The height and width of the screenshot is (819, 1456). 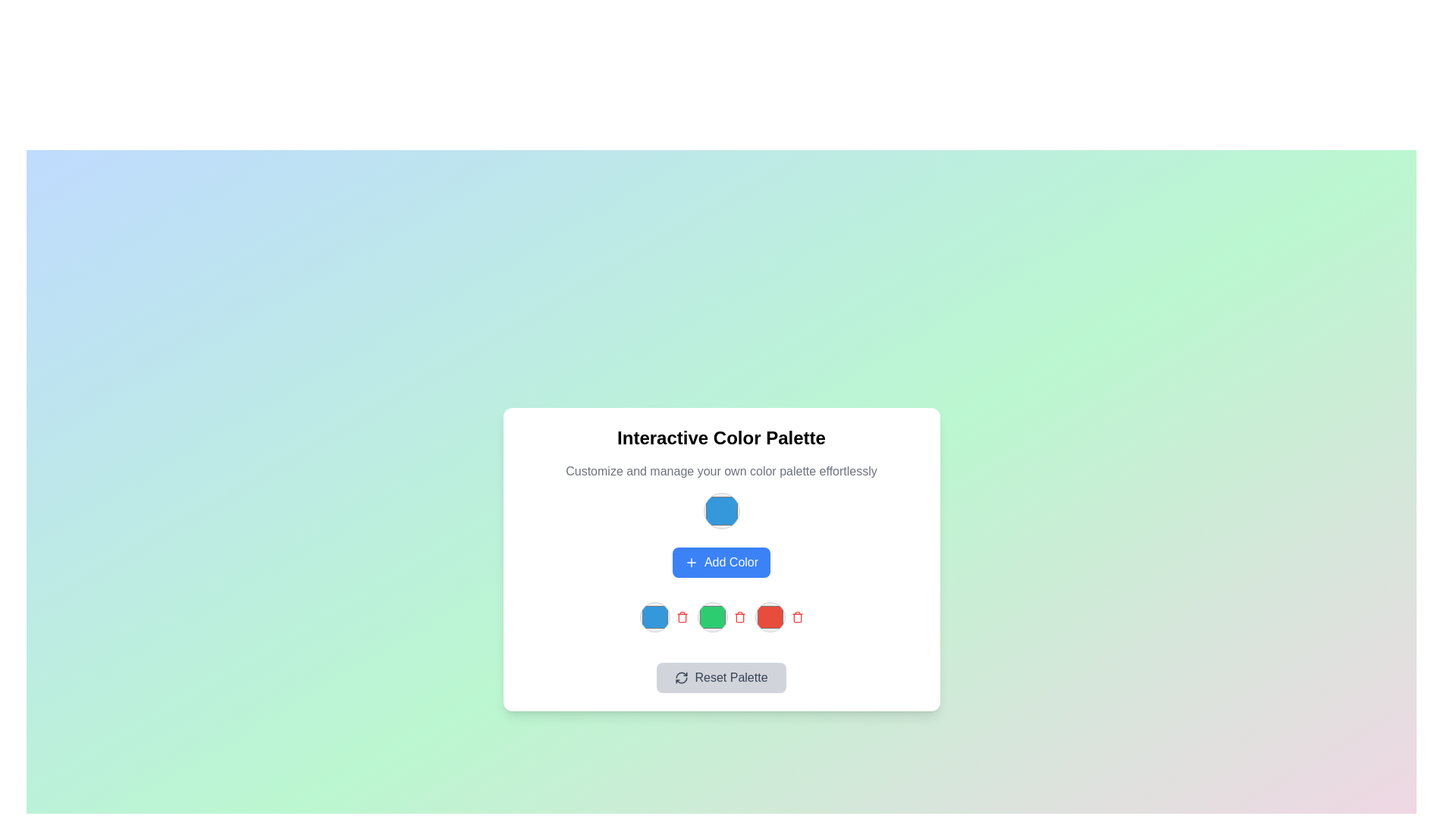 What do you see at coordinates (720, 559) in the screenshot?
I see `the color selection button within the Interactive Color Palette, which is a white rectangular box with rounded corners and a shadow effect` at bounding box center [720, 559].